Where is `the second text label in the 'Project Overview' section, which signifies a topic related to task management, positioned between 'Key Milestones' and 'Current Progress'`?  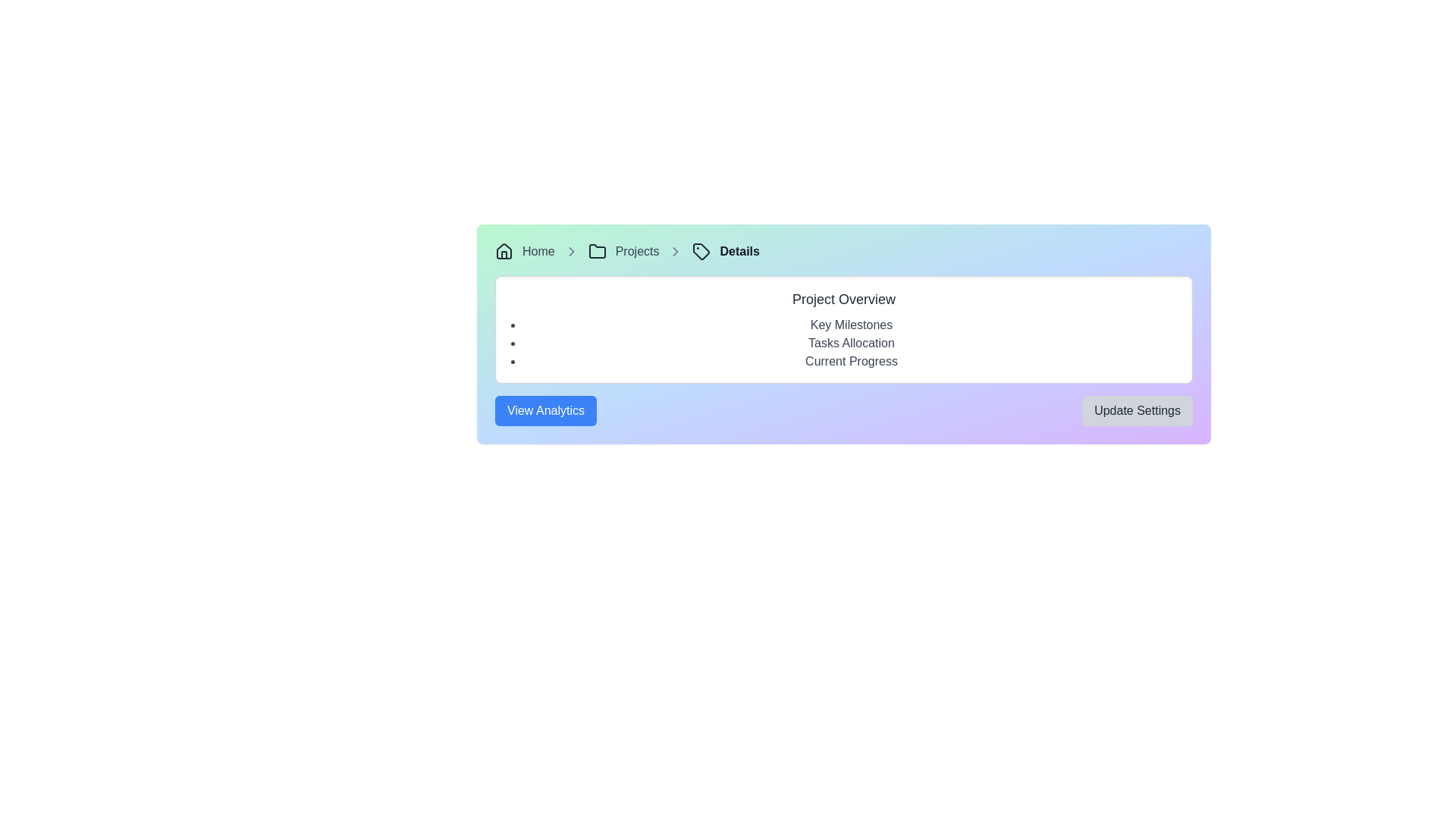
the second text label in the 'Project Overview' section, which signifies a topic related to task management, positioned between 'Key Milestones' and 'Current Progress' is located at coordinates (852, 343).